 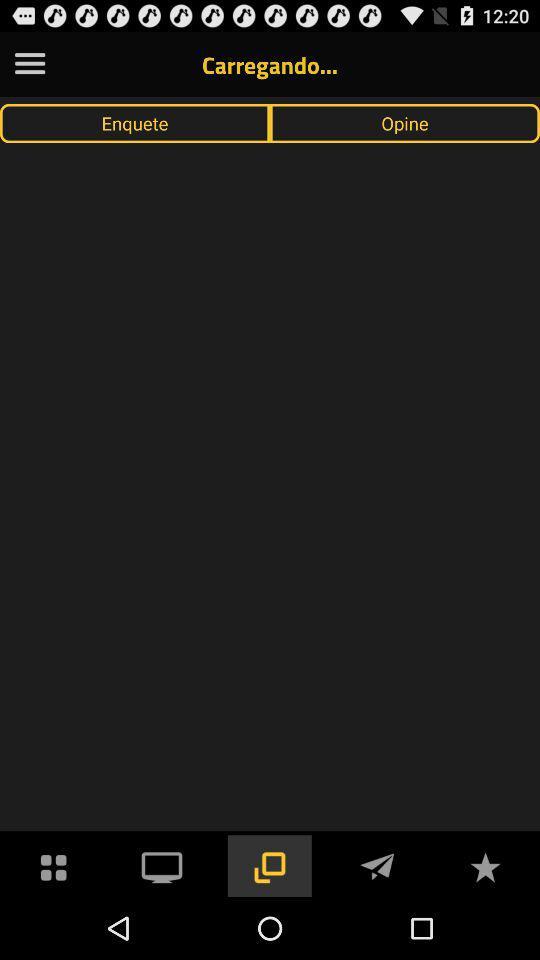 I want to click on the enquete button, so click(x=135, y=122).